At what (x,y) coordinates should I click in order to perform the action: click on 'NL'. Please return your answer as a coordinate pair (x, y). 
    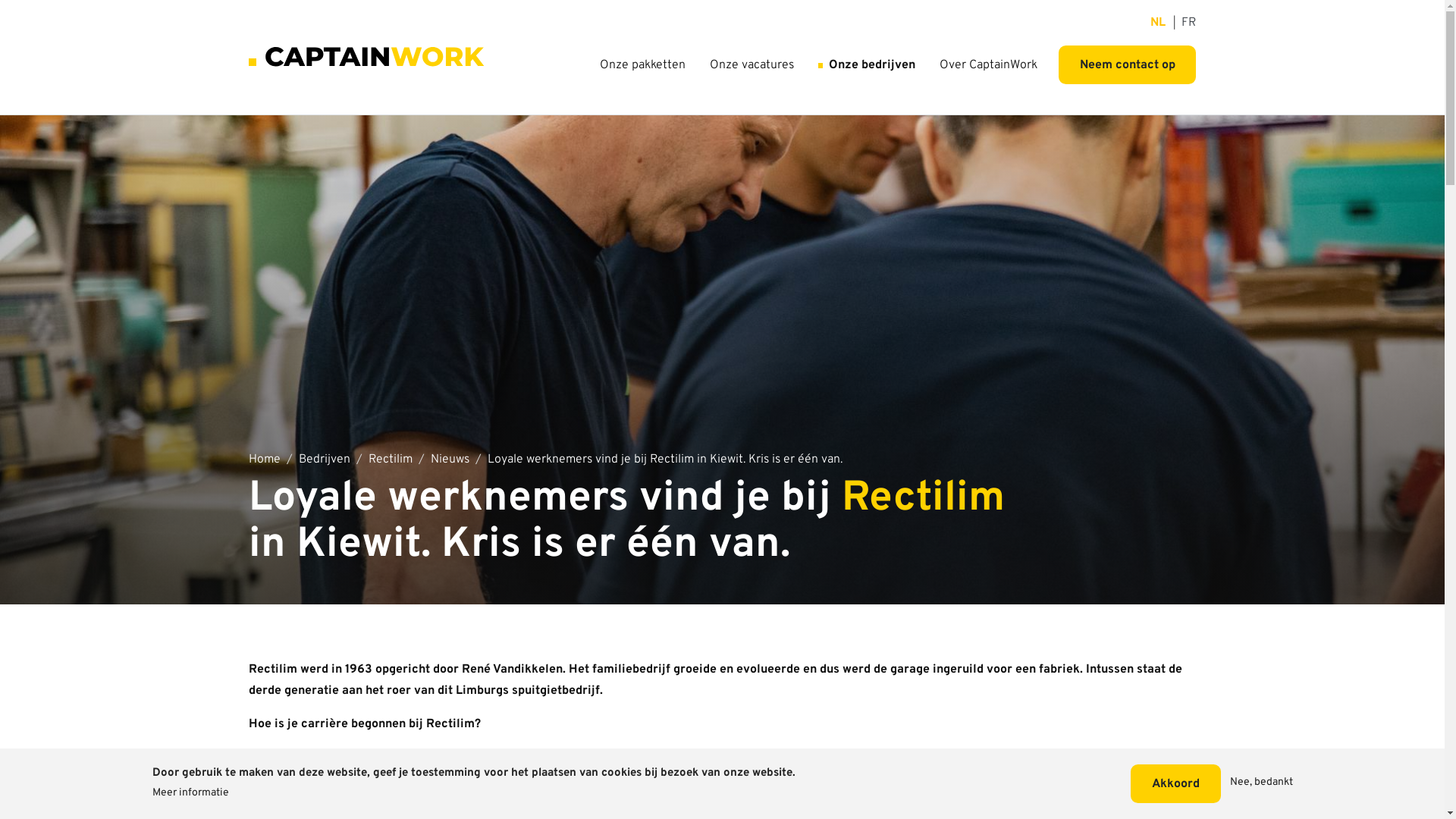
    Looking at the image, I should click on (1156, 23).